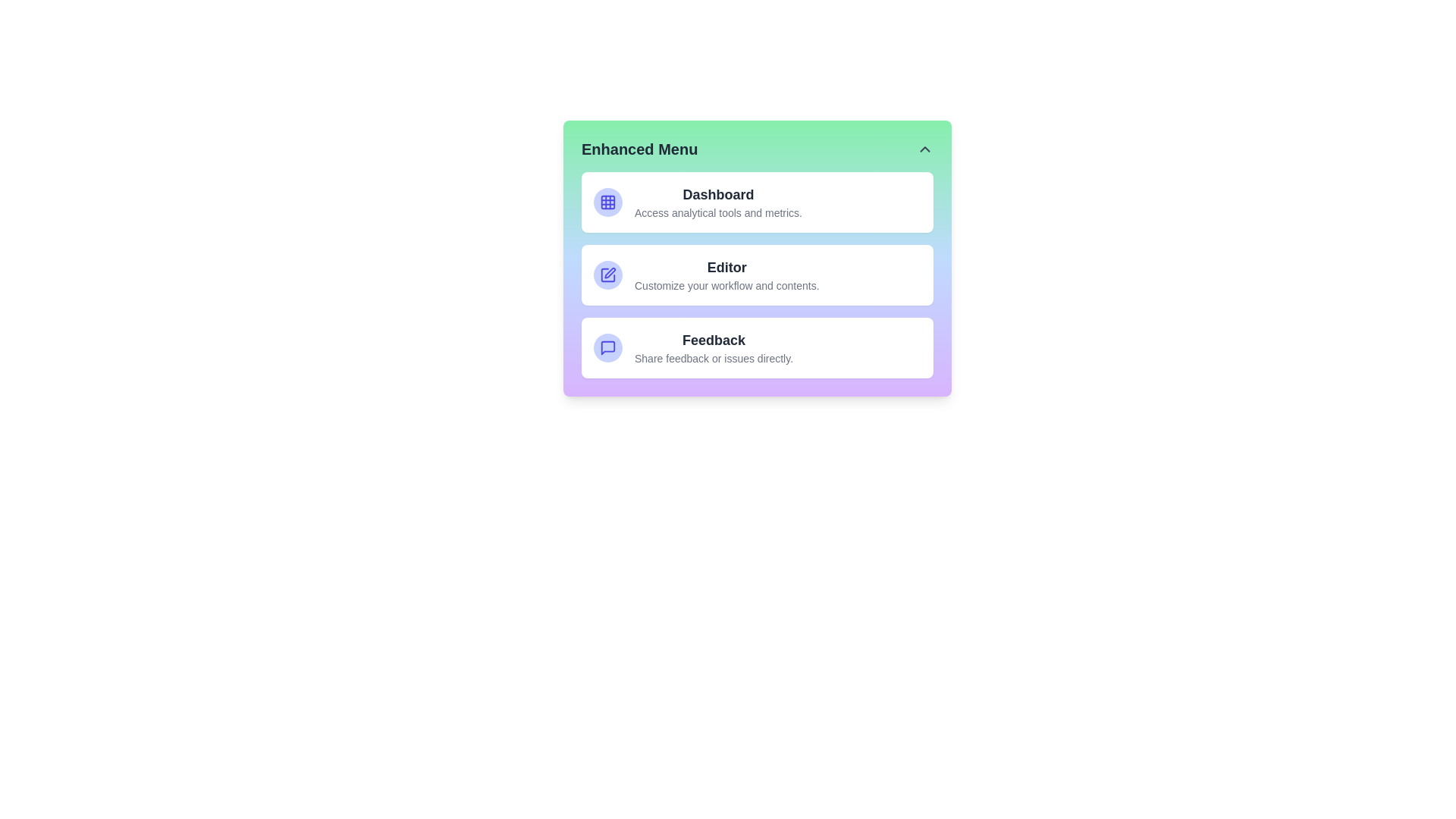 Image resolution: width=1456 pixels, height=819 pixels. What do you see at coordinates (757, 275) in the screenshot?
I see `the menu item corresponding to Editor` at bounding box center [757, 275].